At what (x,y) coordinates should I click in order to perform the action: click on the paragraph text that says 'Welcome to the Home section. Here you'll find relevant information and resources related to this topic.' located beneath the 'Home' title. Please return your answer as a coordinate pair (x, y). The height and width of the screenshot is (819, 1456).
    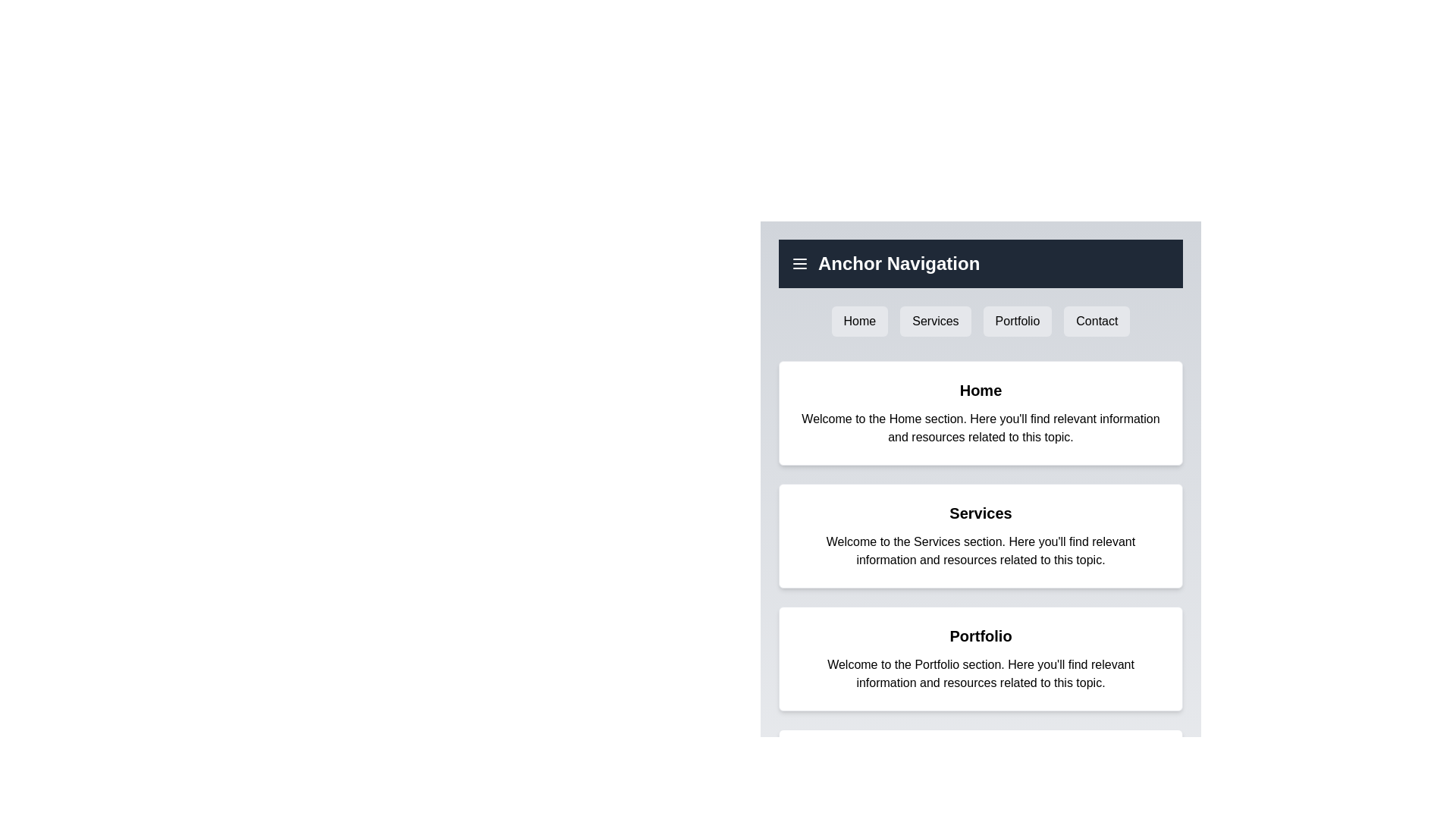
    Looking at the image, I should click on (981, 428).